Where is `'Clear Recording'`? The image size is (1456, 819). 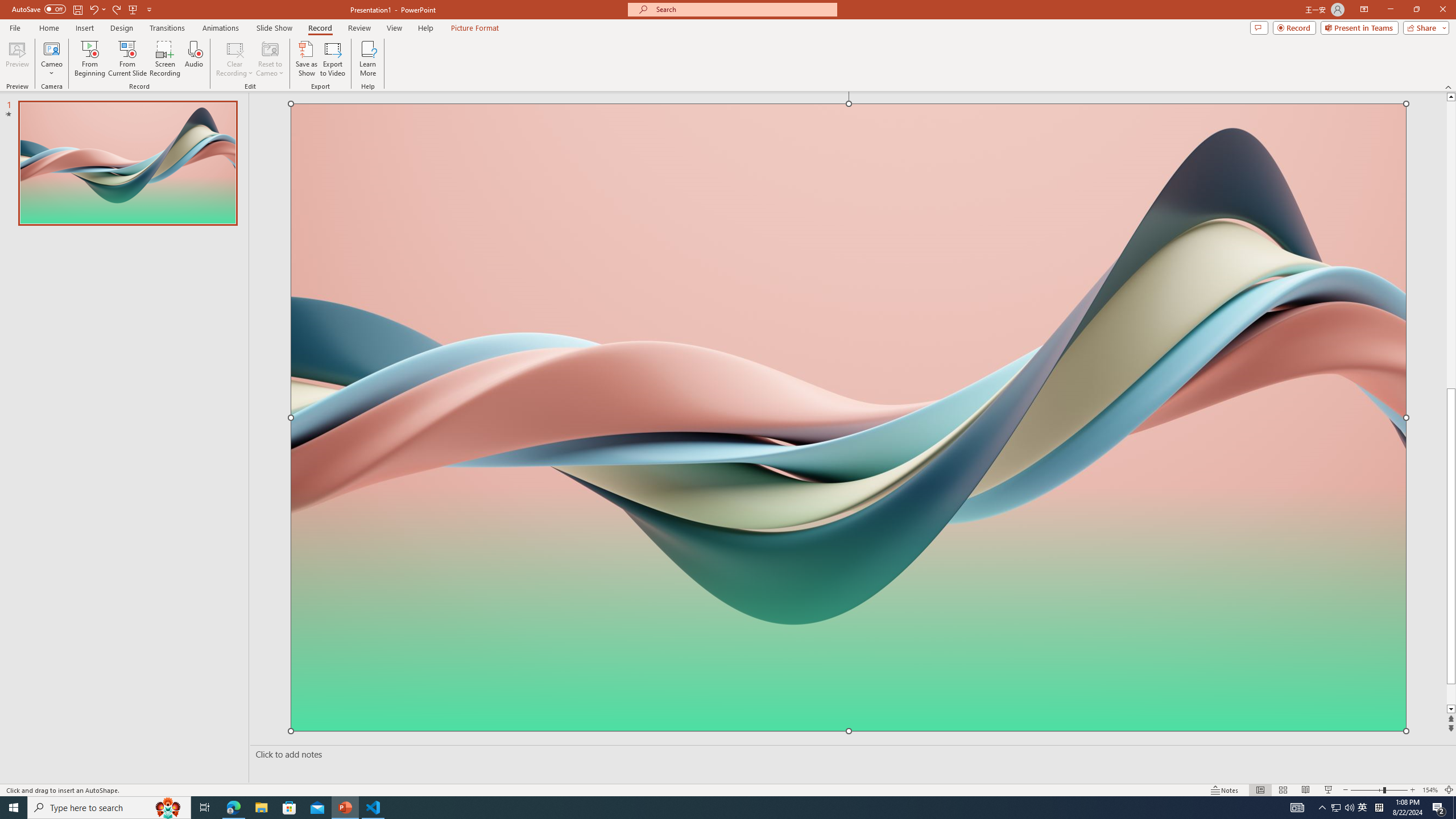
'Clear Recording' is located at coordinates (234, 59).